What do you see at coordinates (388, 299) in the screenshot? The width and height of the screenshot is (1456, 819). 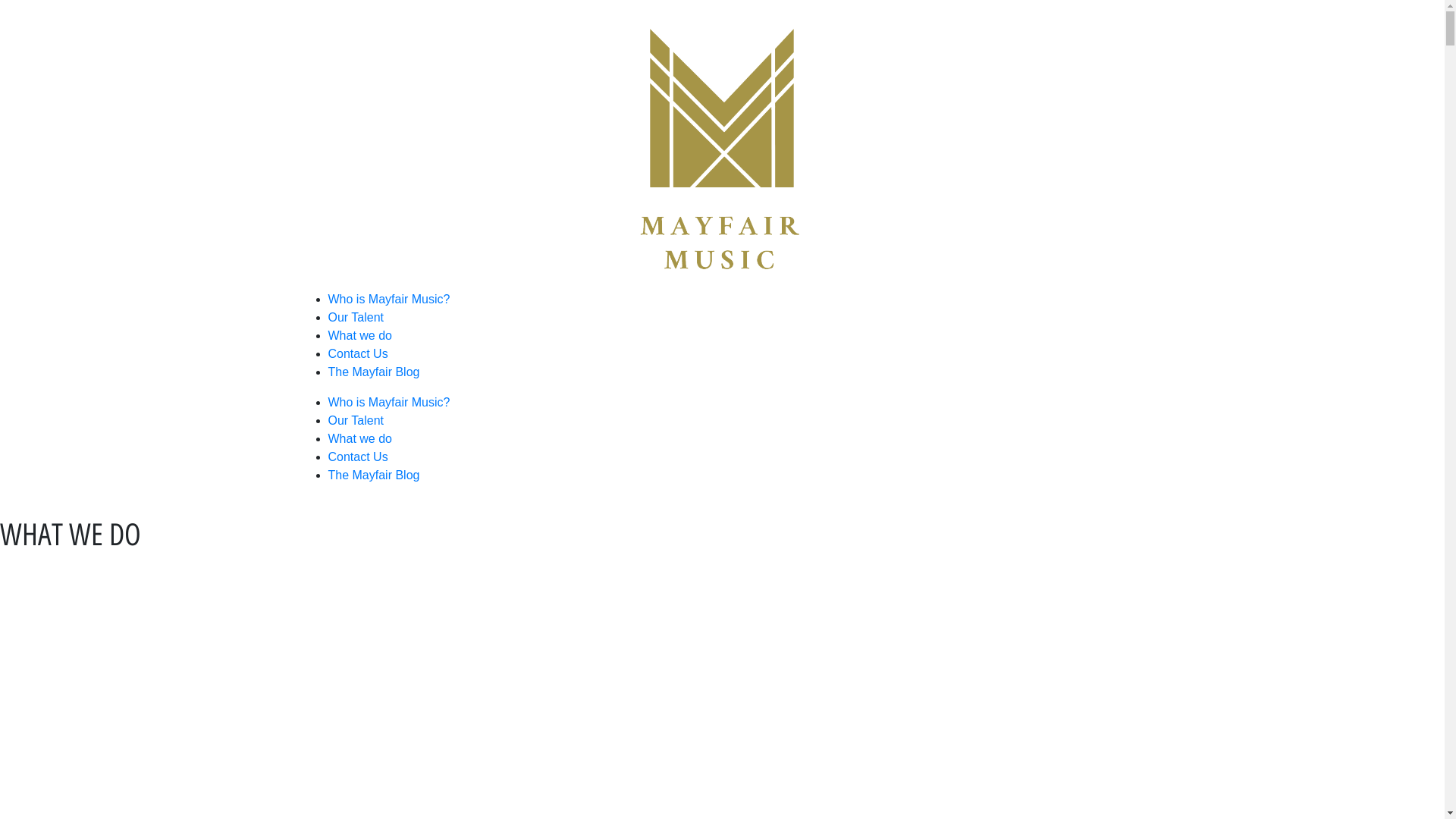 I see `'Who is Mayfair Music?'` at bounding box center [388, 299].